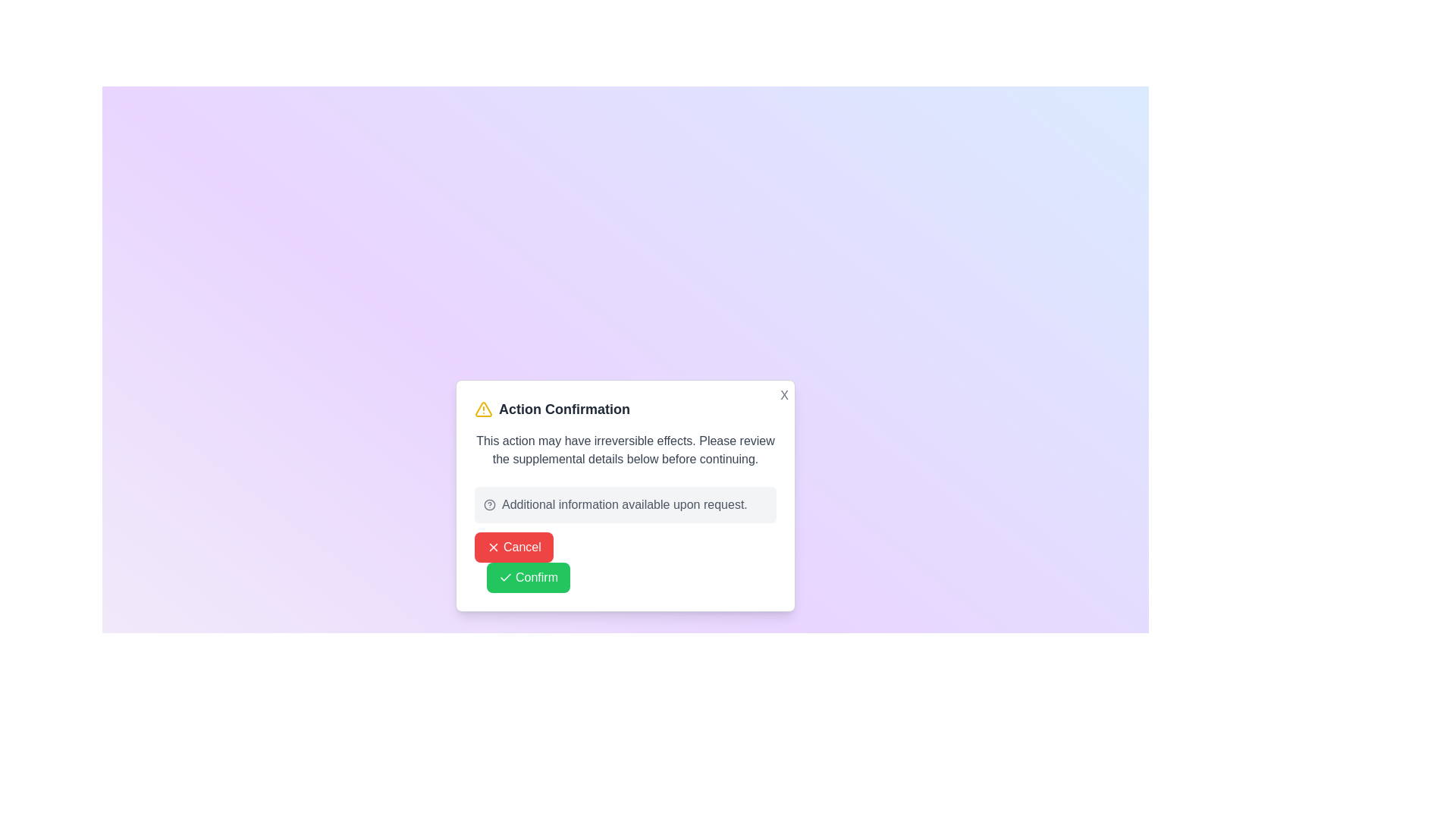  What do you see at coordinates (626, 450) in the screenshot?
I see `message displayed in the Text Description below the 'Action Confirmation' header in the confirmation dialog` at bounding box center [626, 450].